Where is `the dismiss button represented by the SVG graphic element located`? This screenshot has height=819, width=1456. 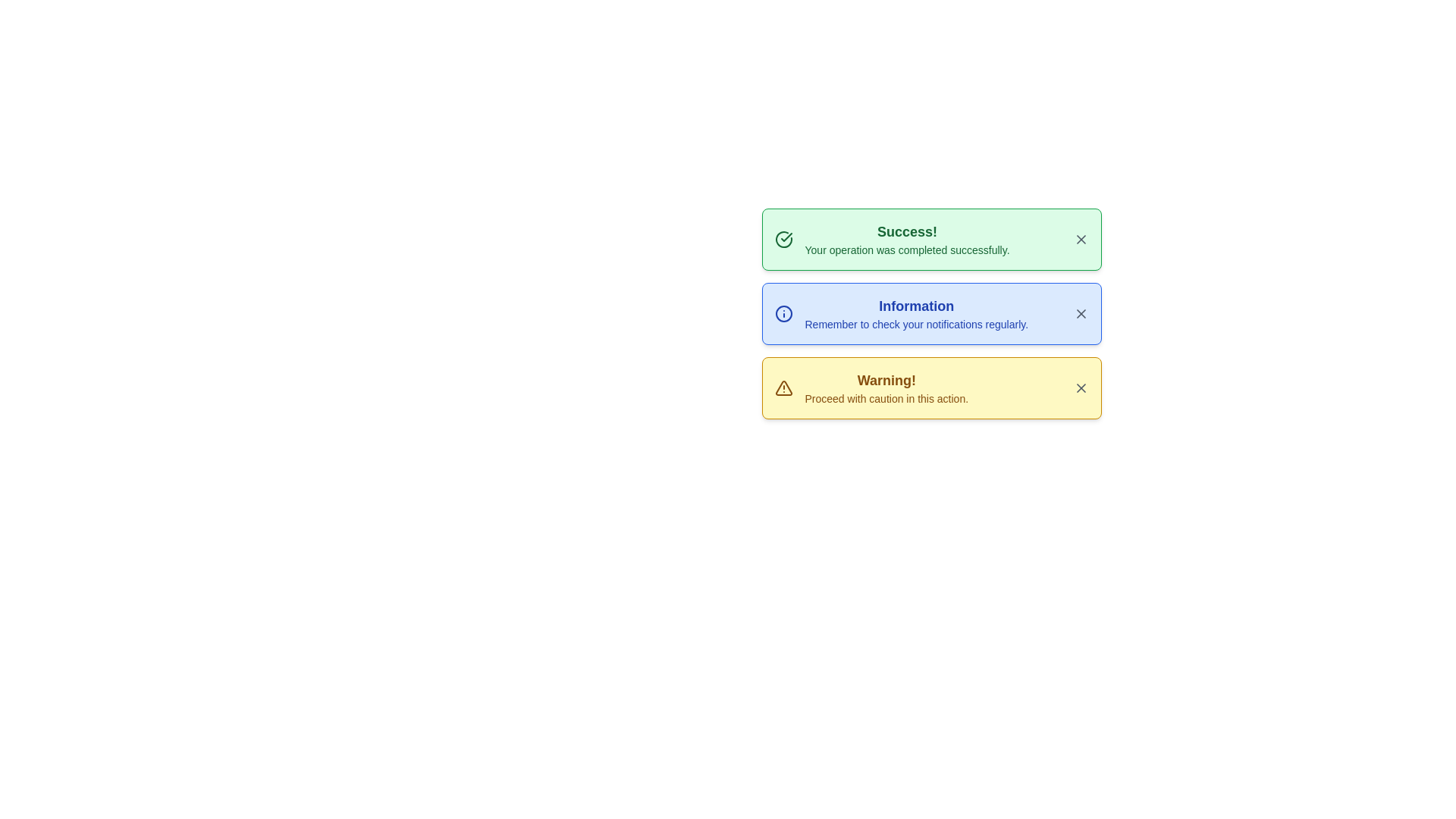
the dismiss button represented by the SVG graphic element located is located at coordinates (1080, 312).